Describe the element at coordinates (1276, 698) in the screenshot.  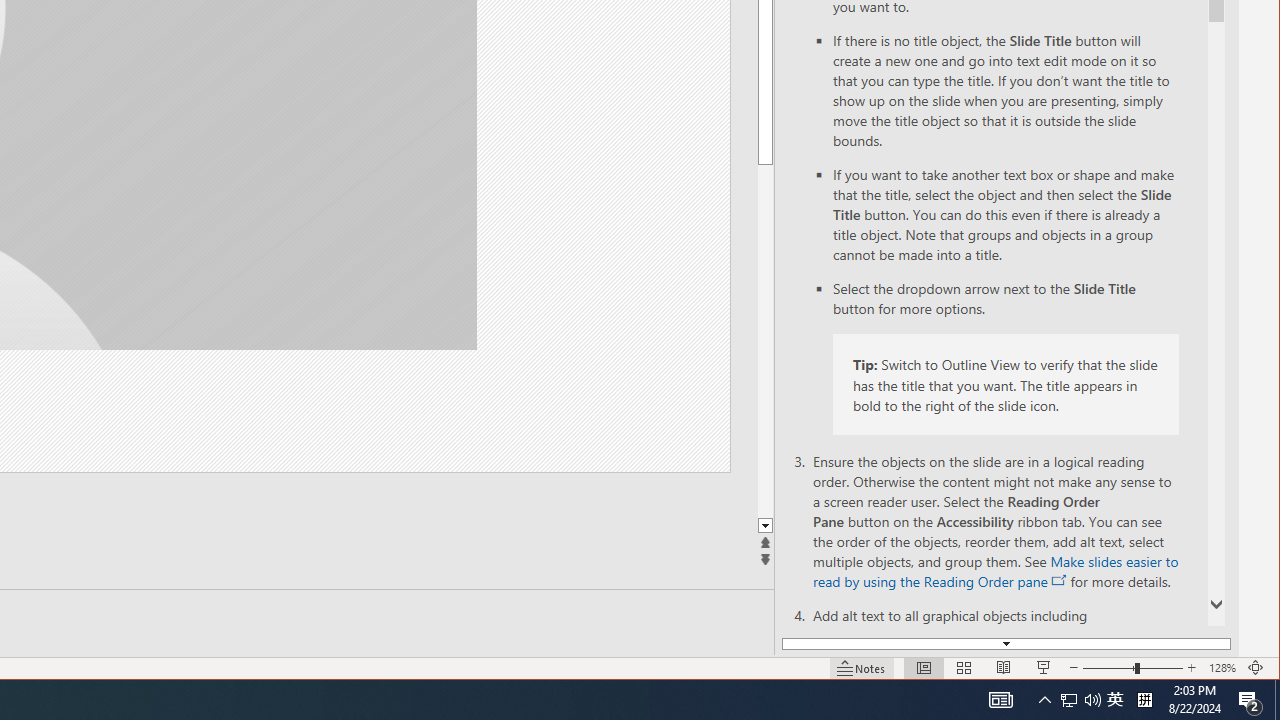
I see `'Show desktop'` at that location.